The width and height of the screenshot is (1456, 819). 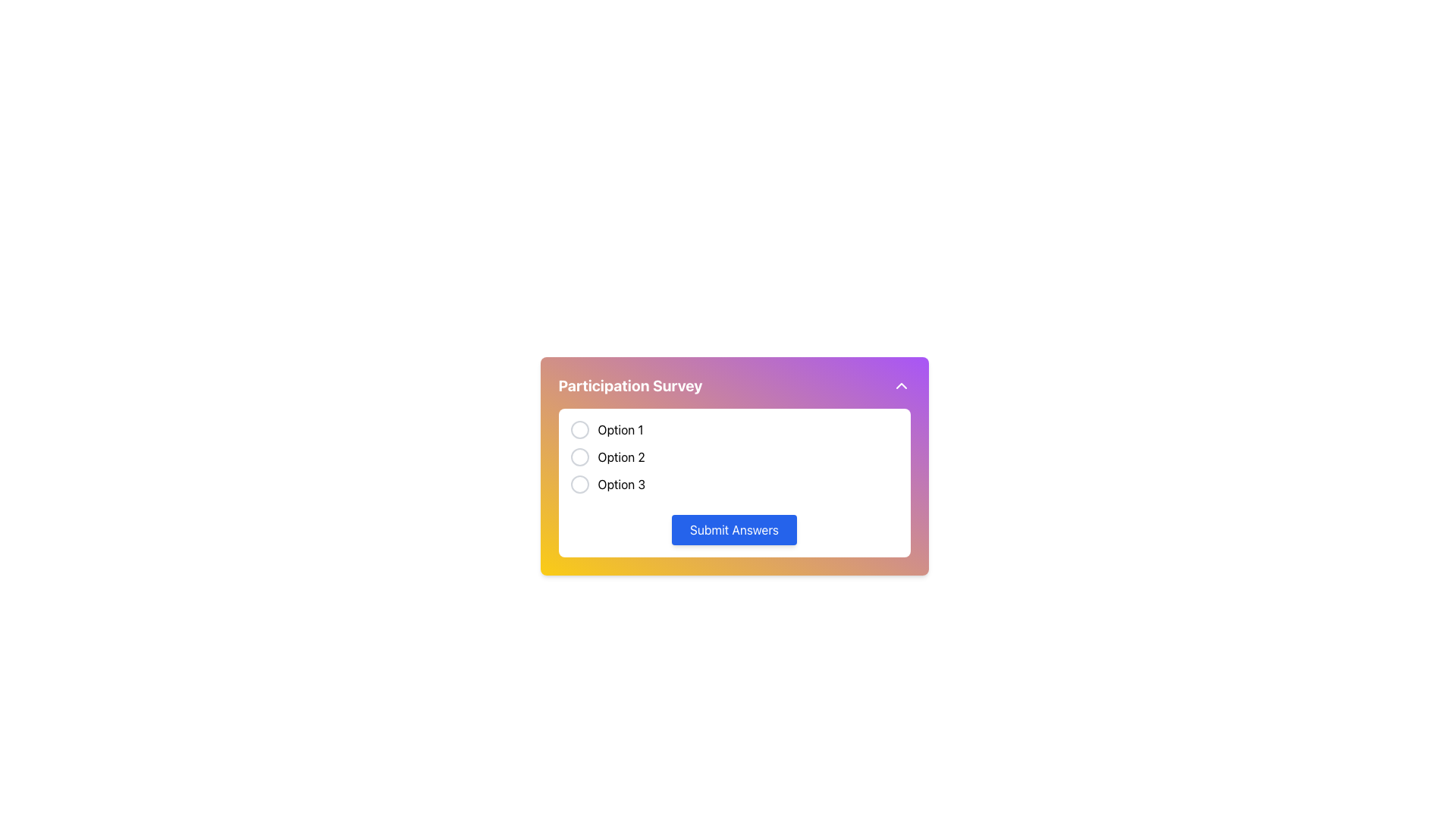 What do you see at coordinates (621, 485) in the screenshot?
I see `the label 'Option 3' which is positioned beside a circular unfilled radio button in a multiple-choice interface` at bounding box center [621, 485].